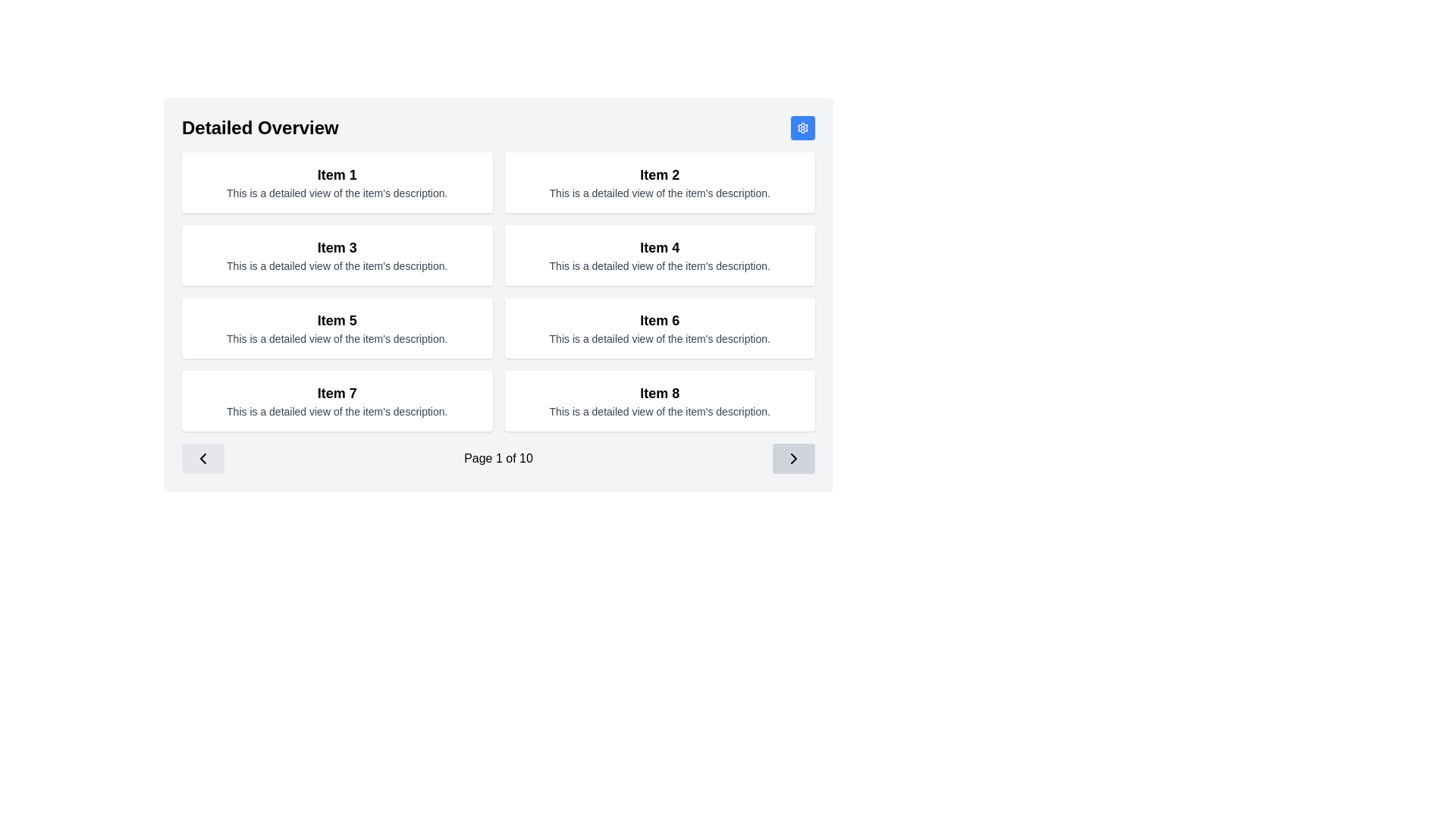 The width and height of the screenshot is (1456, 819). Describe the element at coordinates (792, 458) in the screenshot. I see `the right-pointing chevron arrow icon located in the bottom right corner of the layout` at that location.